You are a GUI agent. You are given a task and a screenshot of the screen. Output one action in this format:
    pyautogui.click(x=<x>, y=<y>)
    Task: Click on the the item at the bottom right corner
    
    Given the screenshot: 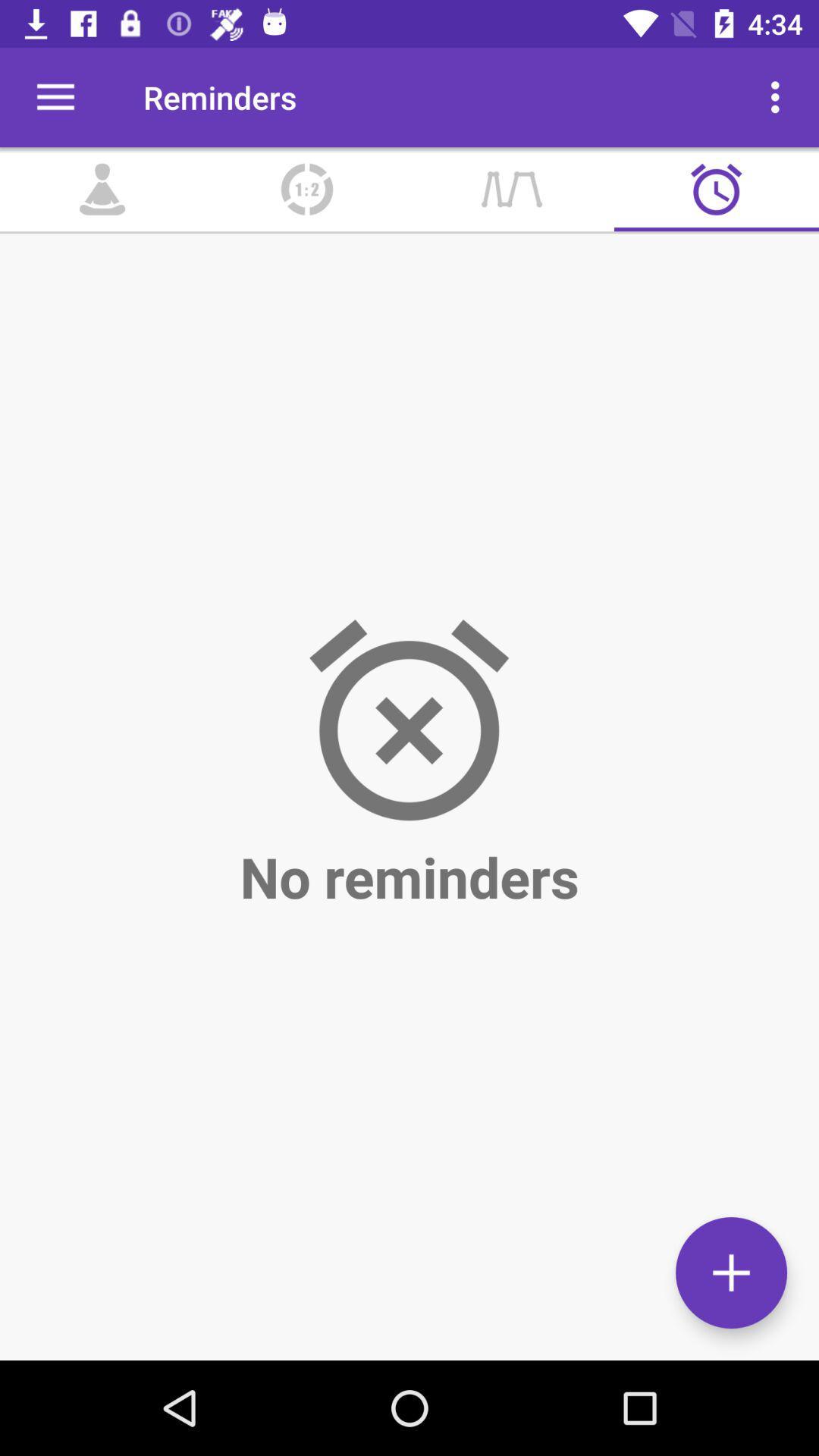 What is the action you would take?
    pyautogui.click(x=730, y=1272)
    